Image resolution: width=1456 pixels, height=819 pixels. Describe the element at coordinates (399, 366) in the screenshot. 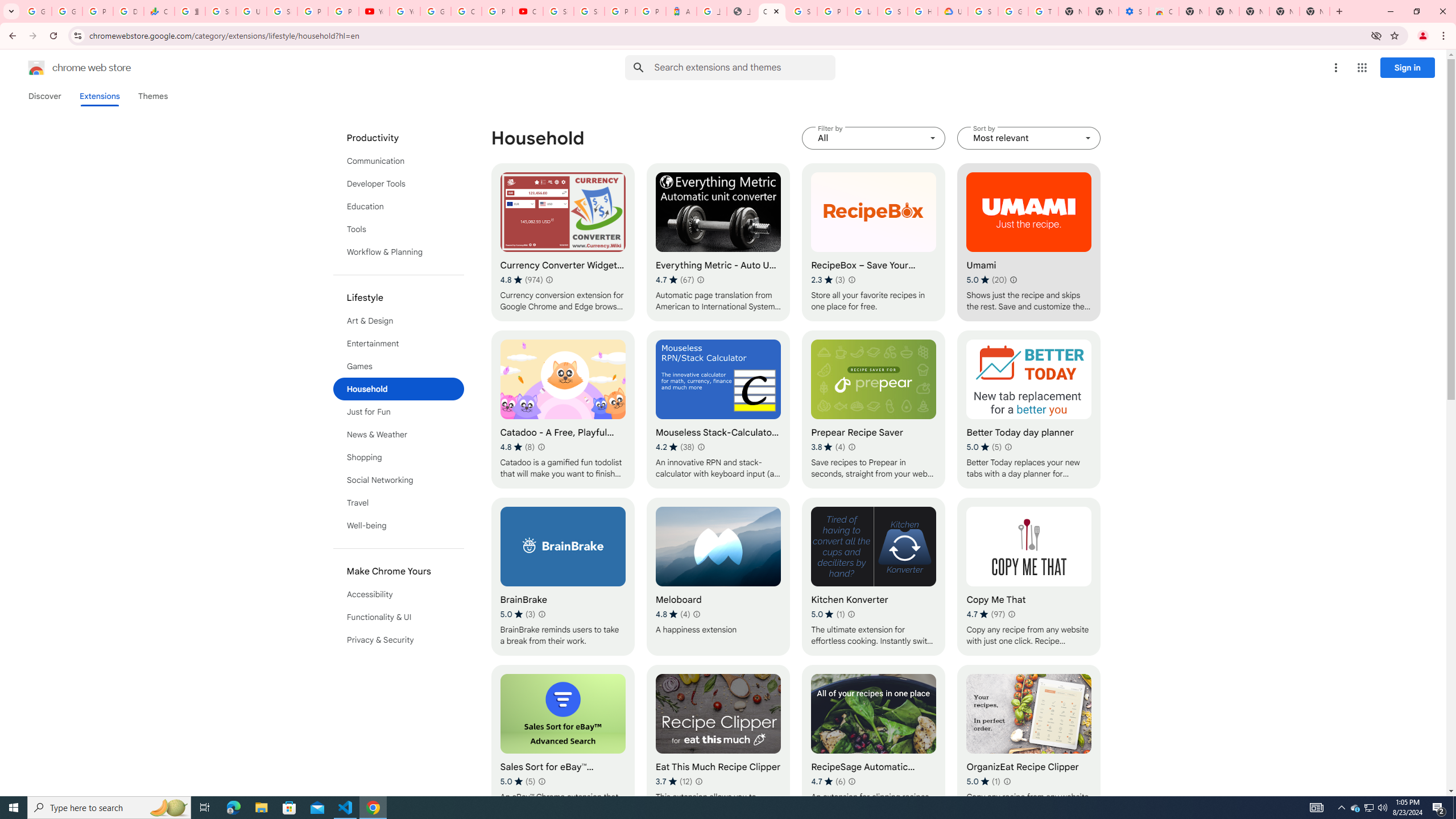

I see `'Games'` at that location.